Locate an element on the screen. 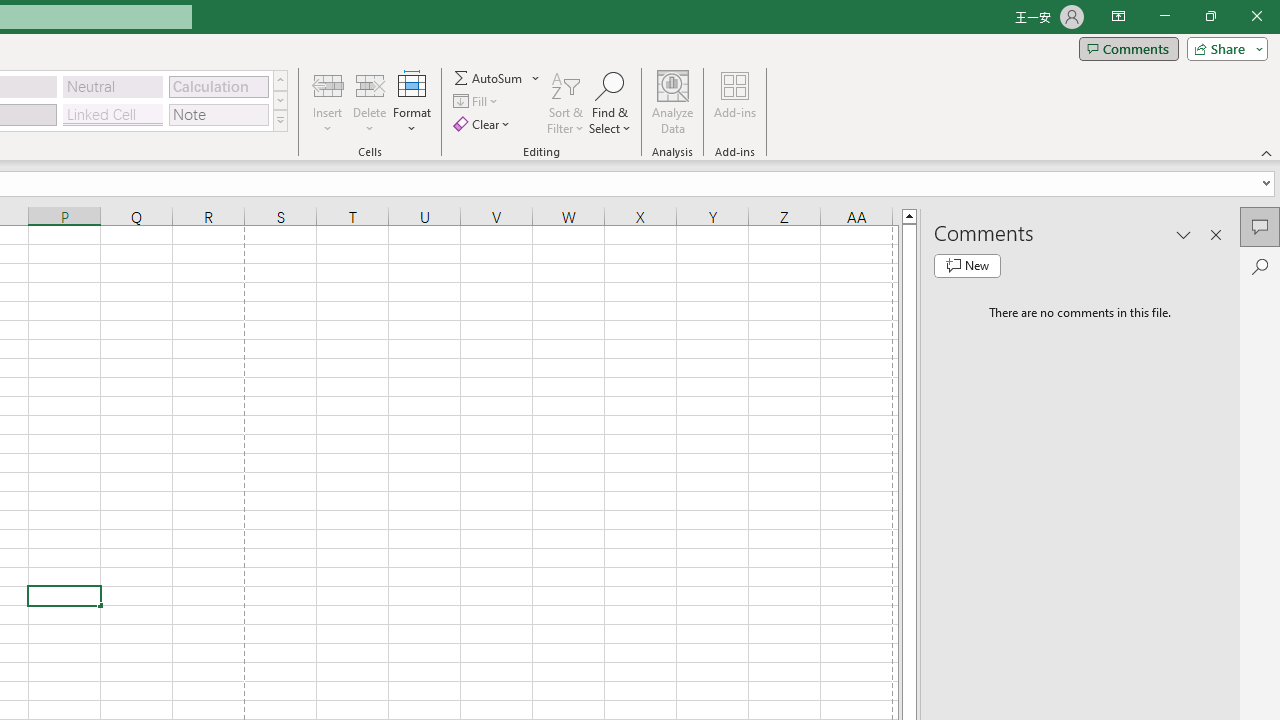 The width and height of the screenshot is (1280, 720). 'Clear' is located at coordinates (483, 124).